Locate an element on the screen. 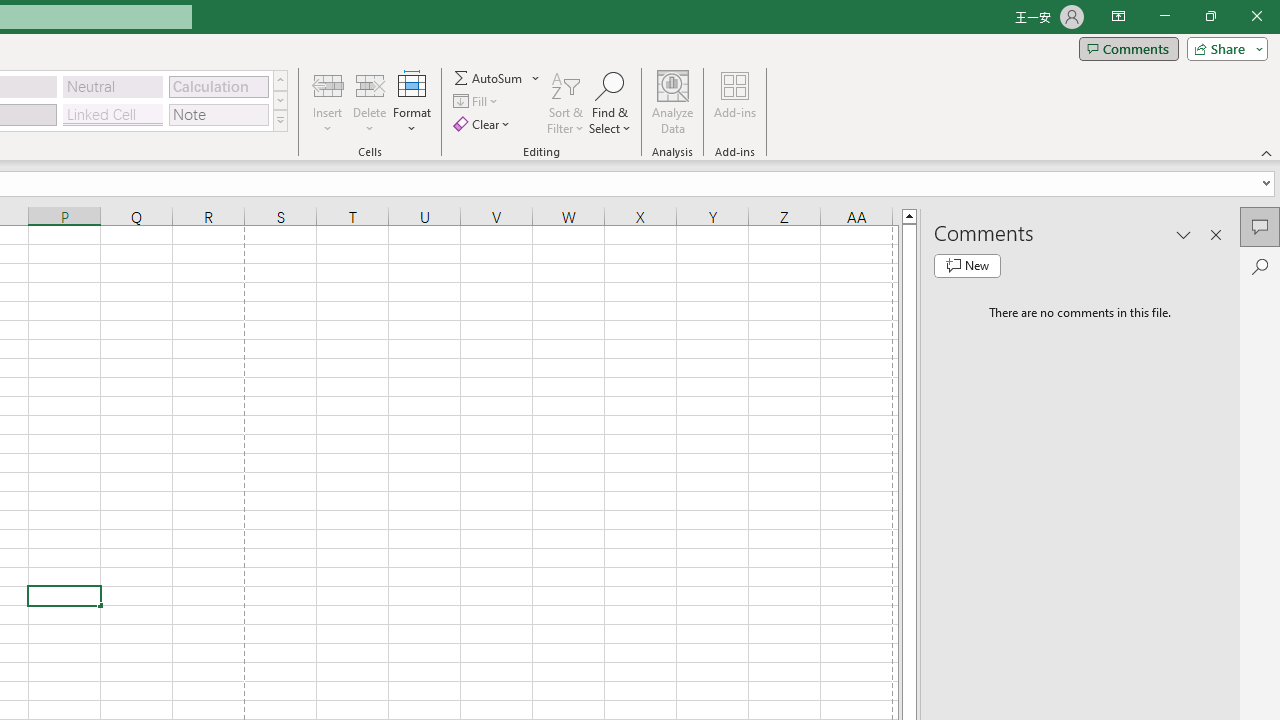 The width and height of the screenshot is (1280, 720). 'Clear' is located at coordinates (483, 124).